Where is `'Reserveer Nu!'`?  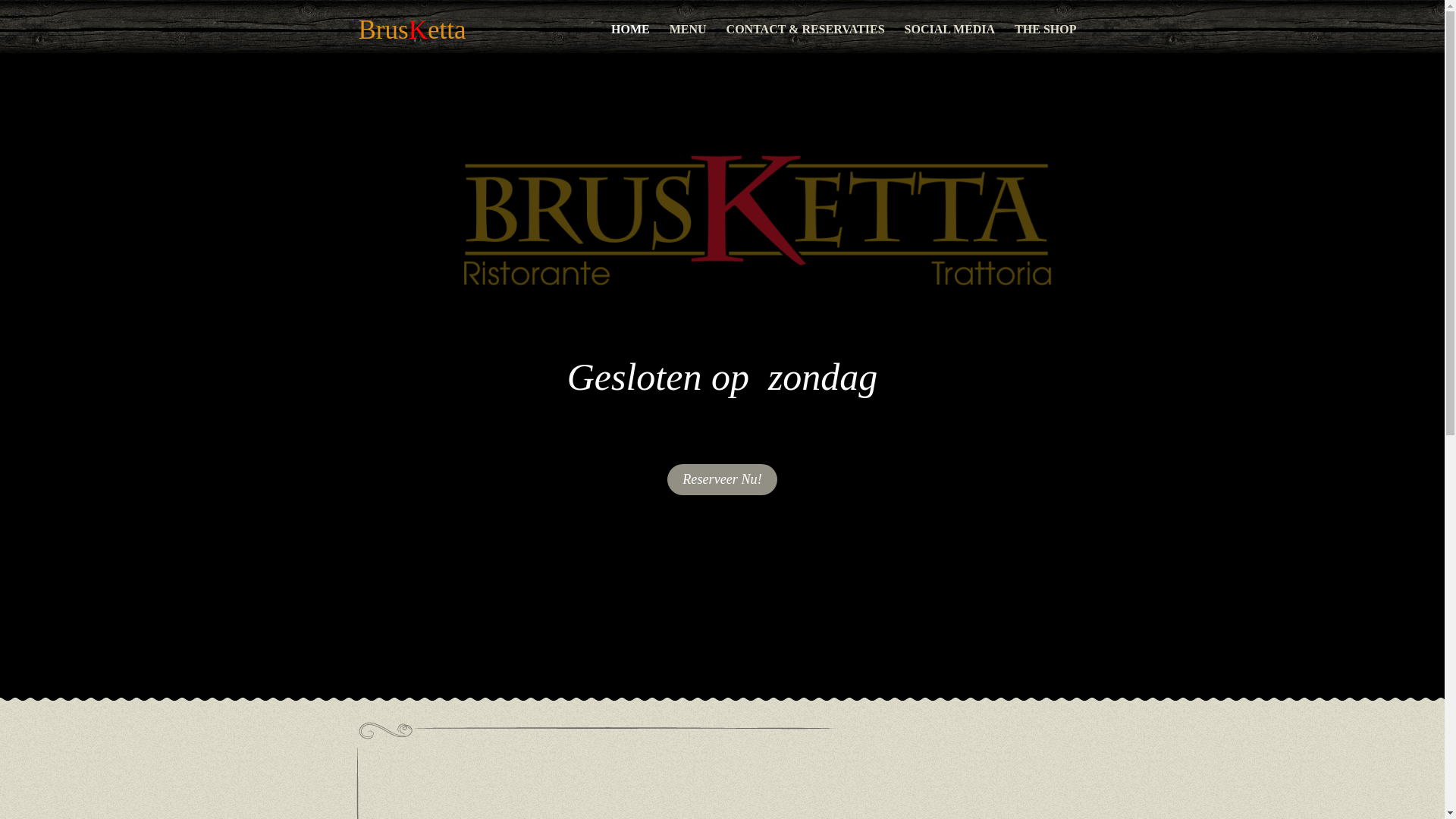 'Reserveer Nu!' is located at coordinates (667, 479).